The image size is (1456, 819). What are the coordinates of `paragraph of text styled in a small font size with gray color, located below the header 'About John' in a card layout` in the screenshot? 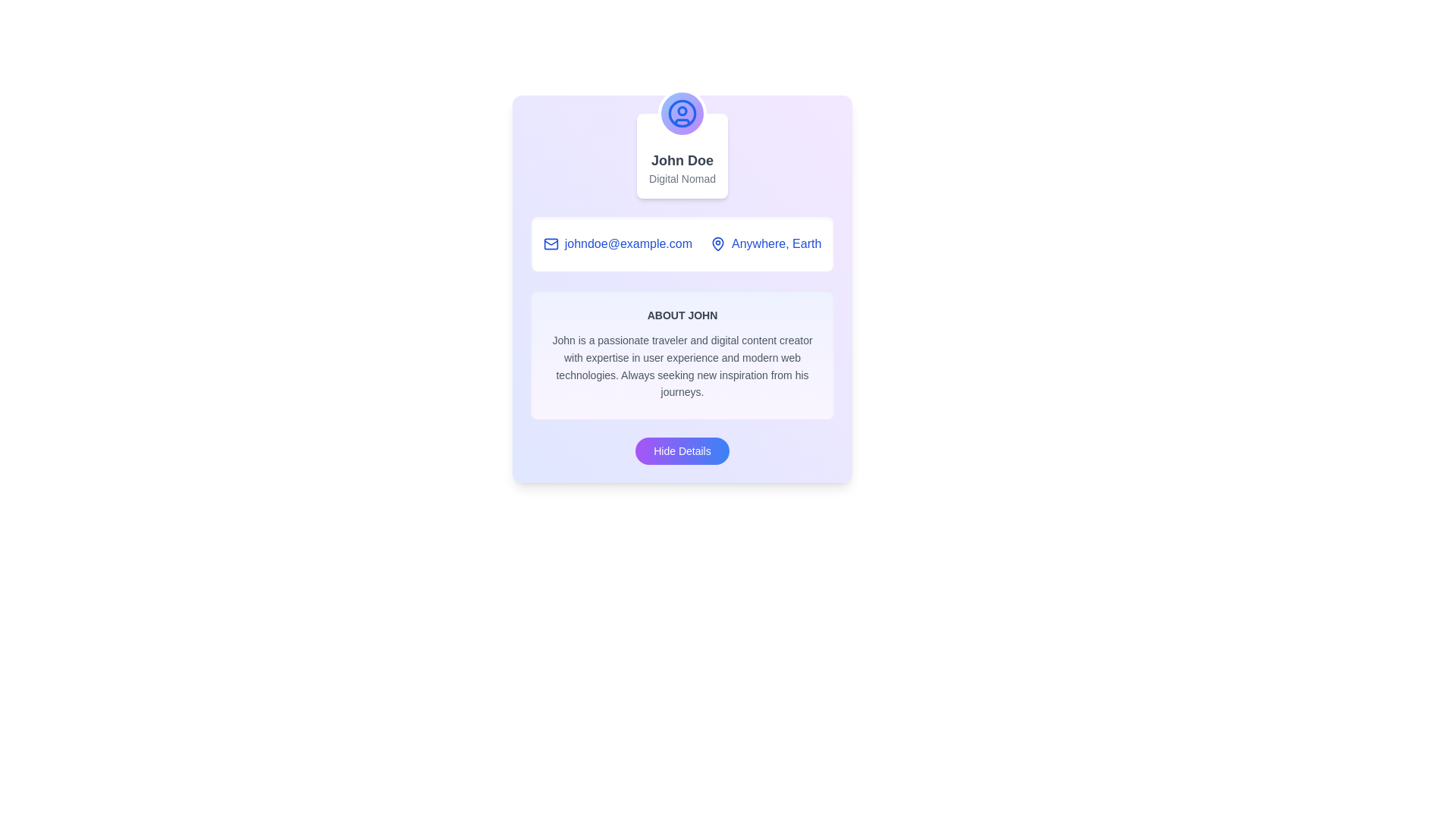 It's located at (682, 366).